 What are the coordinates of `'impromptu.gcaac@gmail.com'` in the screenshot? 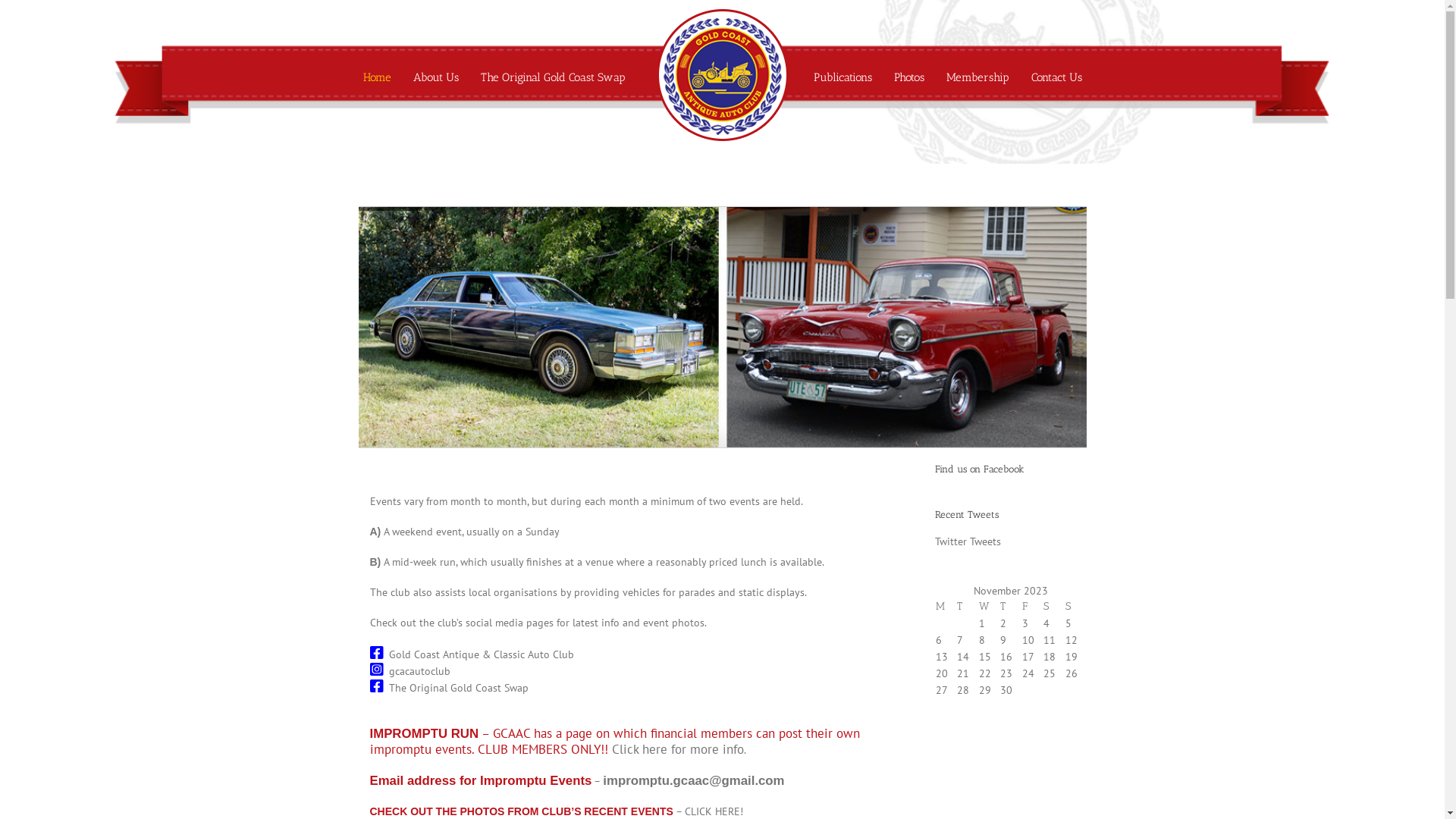 It's located at (692, 780).